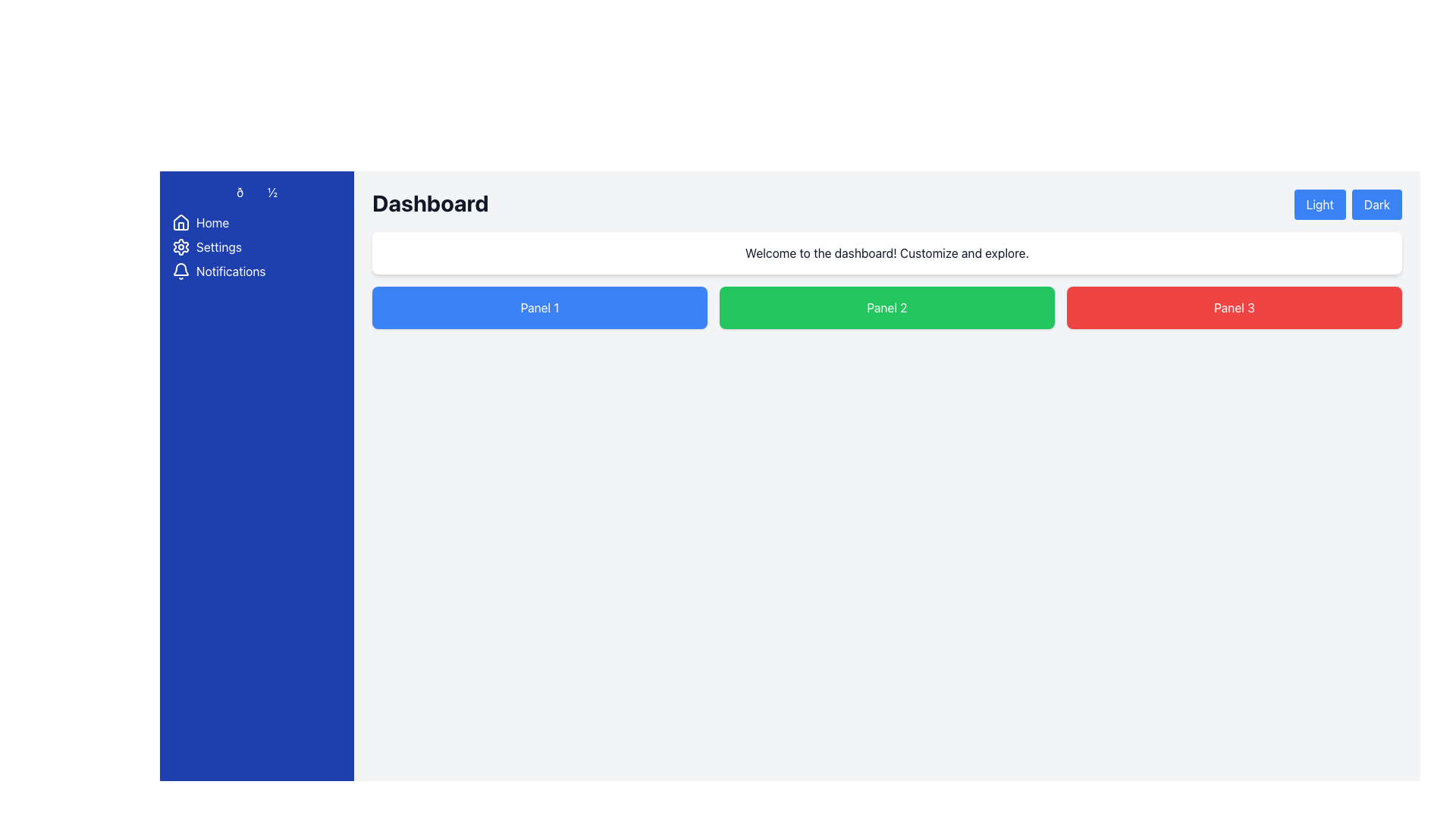 This screenshot has height=819, width=1456. I want to click on the third panel in the grid layout, positioned at the far-right, to interact with it, so click(1234, 307).